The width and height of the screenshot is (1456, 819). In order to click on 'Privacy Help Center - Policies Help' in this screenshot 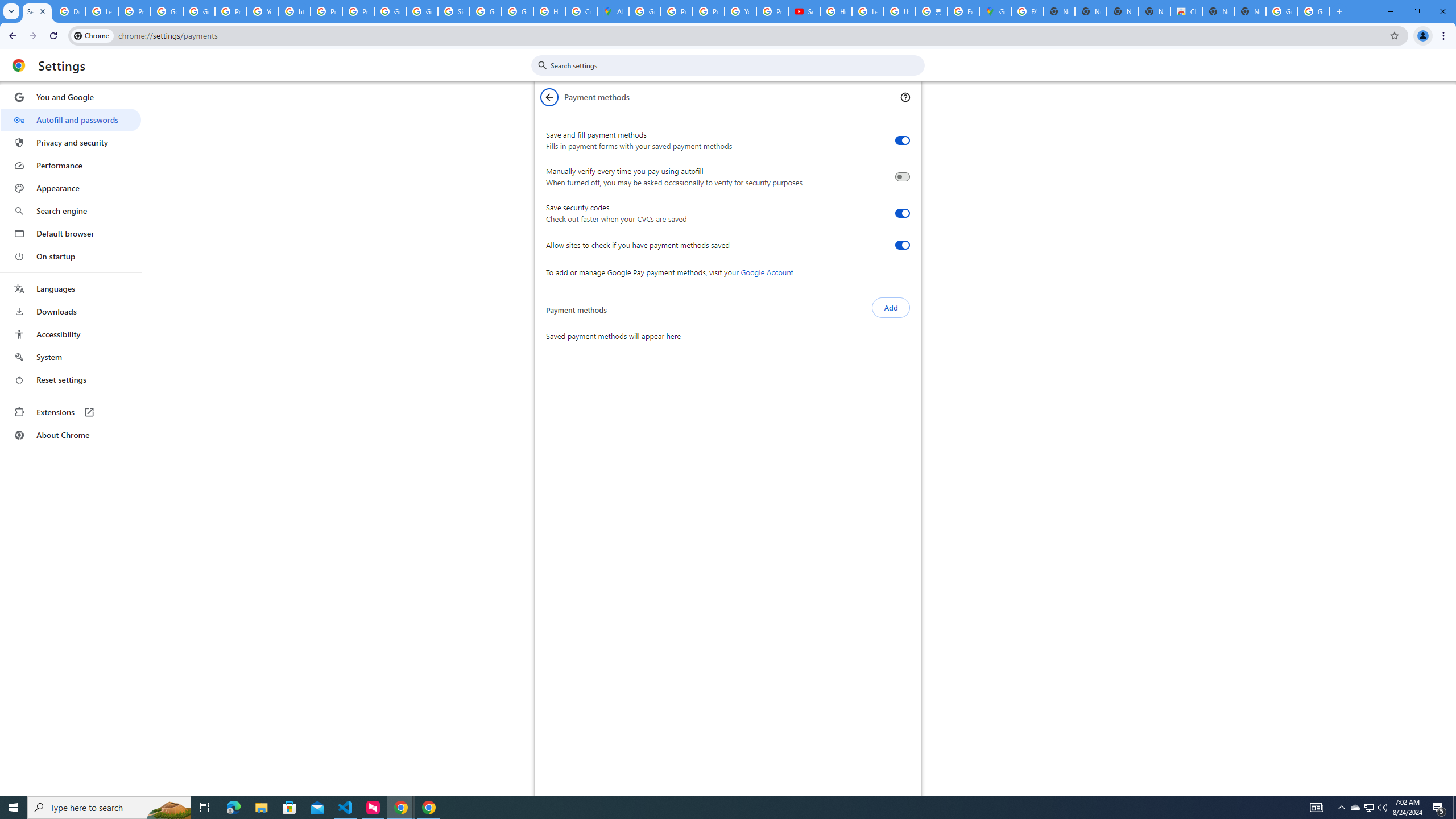, I will do `click(676, 11)`.